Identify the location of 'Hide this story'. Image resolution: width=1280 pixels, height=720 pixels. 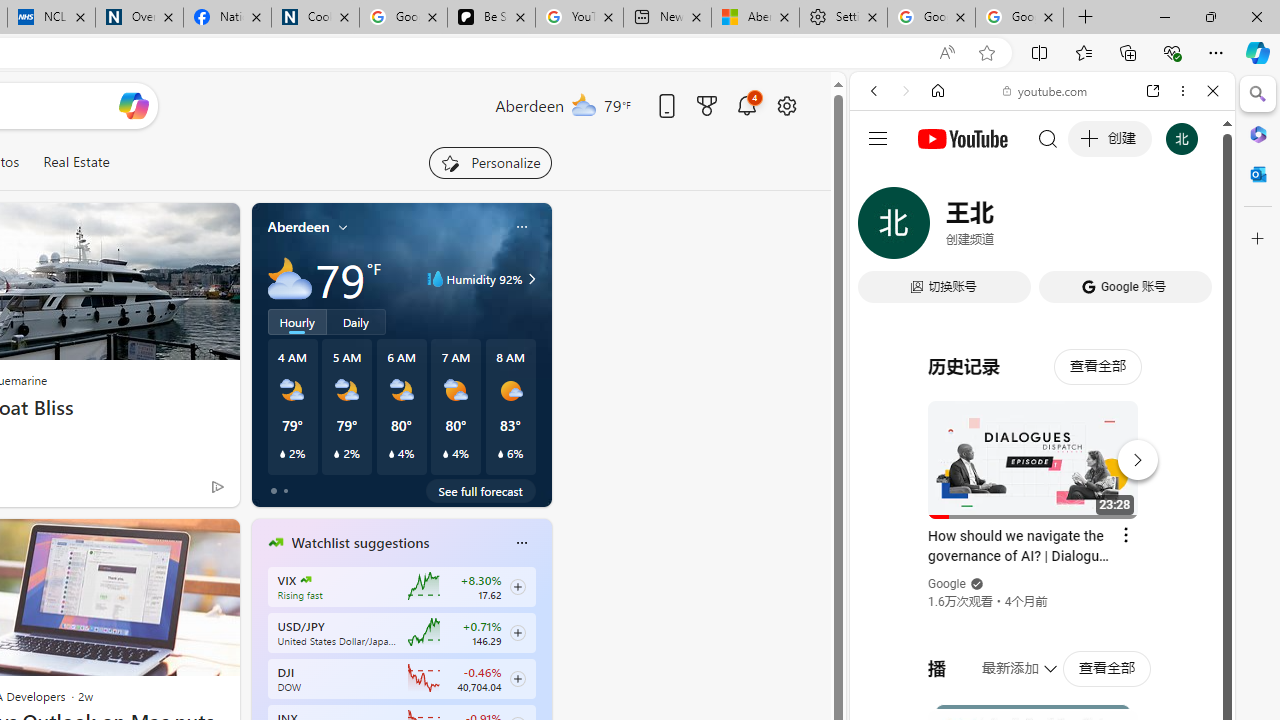
(179, 542).